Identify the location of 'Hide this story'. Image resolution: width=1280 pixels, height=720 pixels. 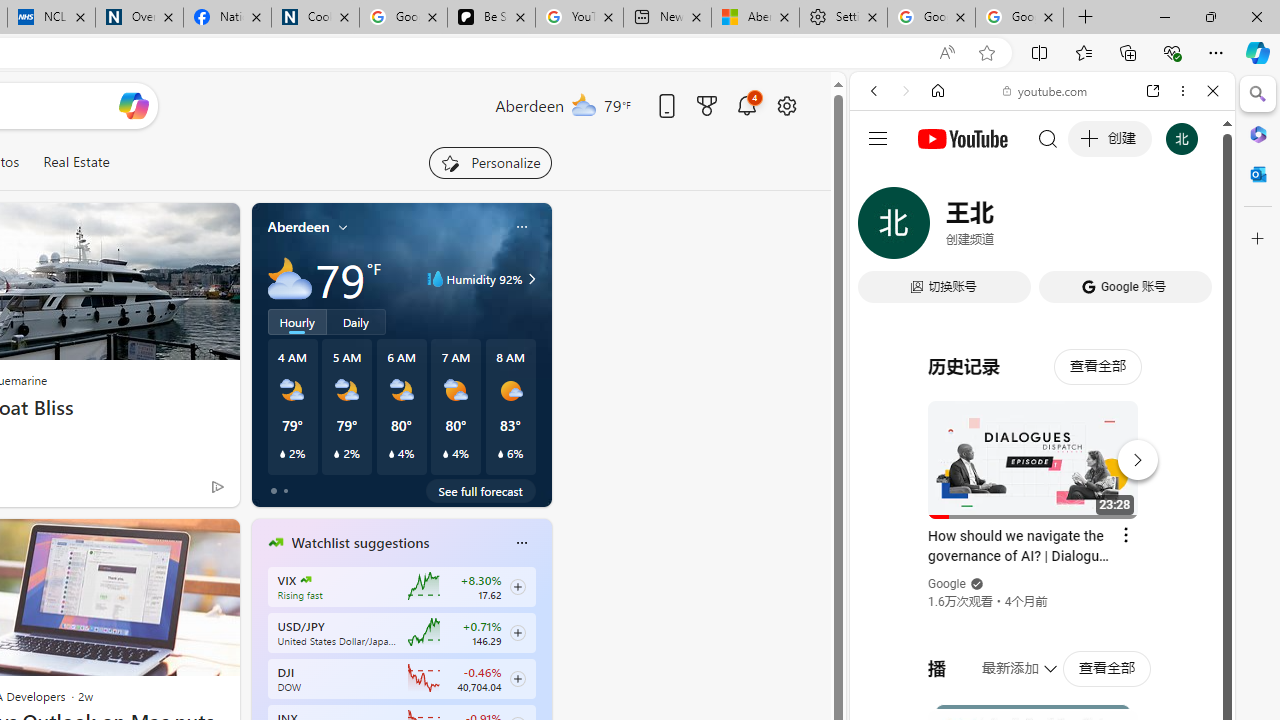
(179, 542).